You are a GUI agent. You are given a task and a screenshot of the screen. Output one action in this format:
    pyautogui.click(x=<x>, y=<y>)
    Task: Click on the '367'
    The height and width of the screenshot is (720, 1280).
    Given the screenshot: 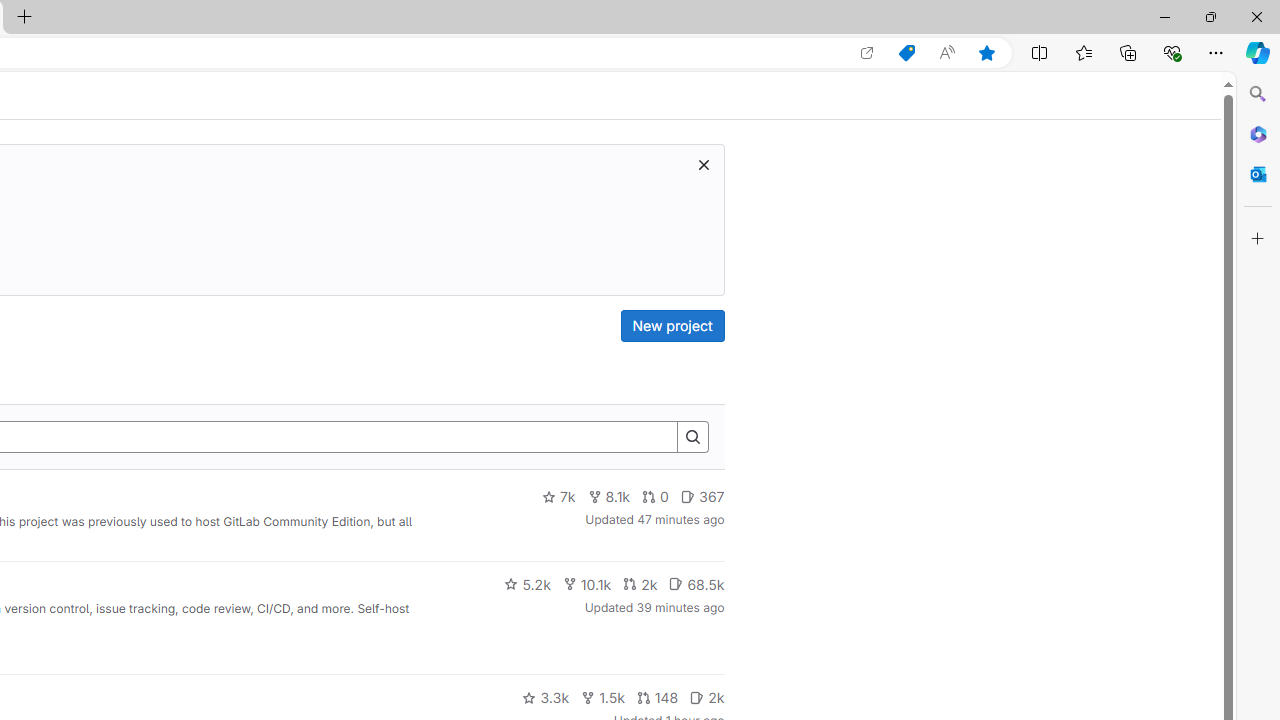 What is the action you would take?
    pyautogui.click(x=702, y=496)
    